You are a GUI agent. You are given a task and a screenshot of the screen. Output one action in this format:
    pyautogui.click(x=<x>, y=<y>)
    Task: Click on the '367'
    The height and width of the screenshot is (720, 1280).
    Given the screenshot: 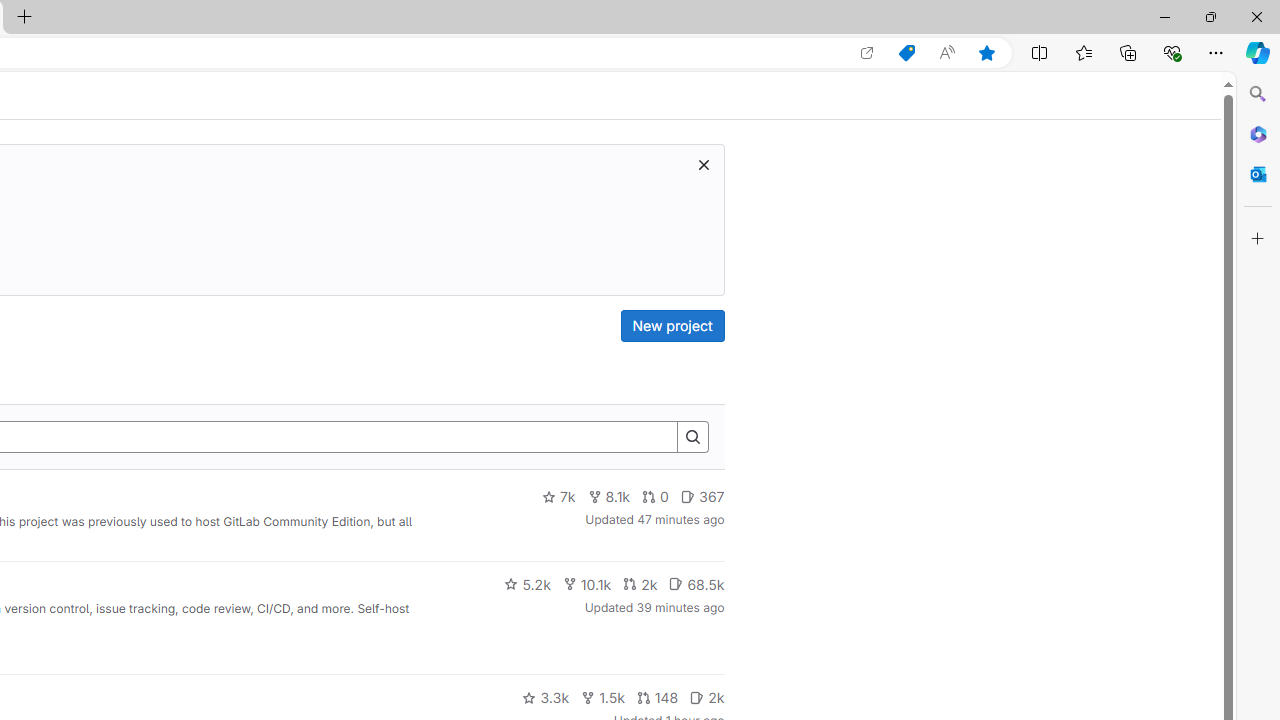 What is the action you would take?
    pyautogui.click(x=702, y=496)
    